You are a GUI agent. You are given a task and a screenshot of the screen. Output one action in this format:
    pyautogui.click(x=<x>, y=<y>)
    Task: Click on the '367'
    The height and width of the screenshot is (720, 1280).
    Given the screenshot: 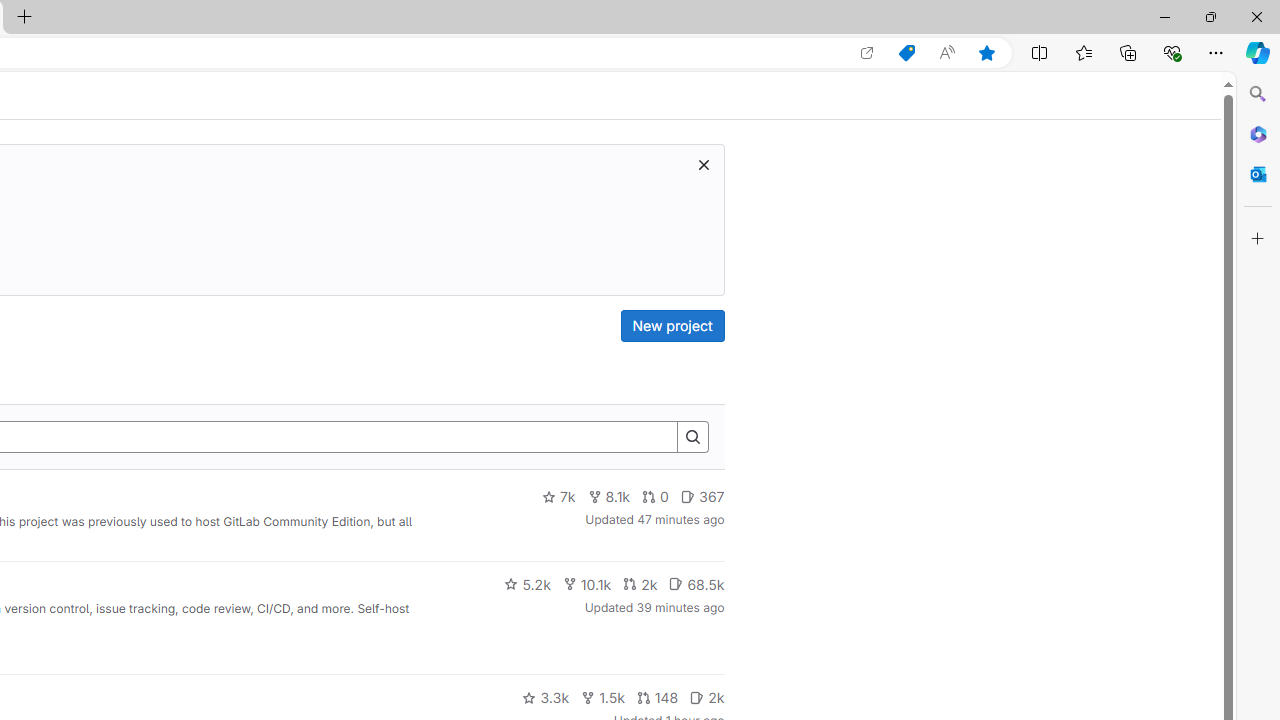 What is the action you would take?
    pyautogui.click(x=702, y=496)
    